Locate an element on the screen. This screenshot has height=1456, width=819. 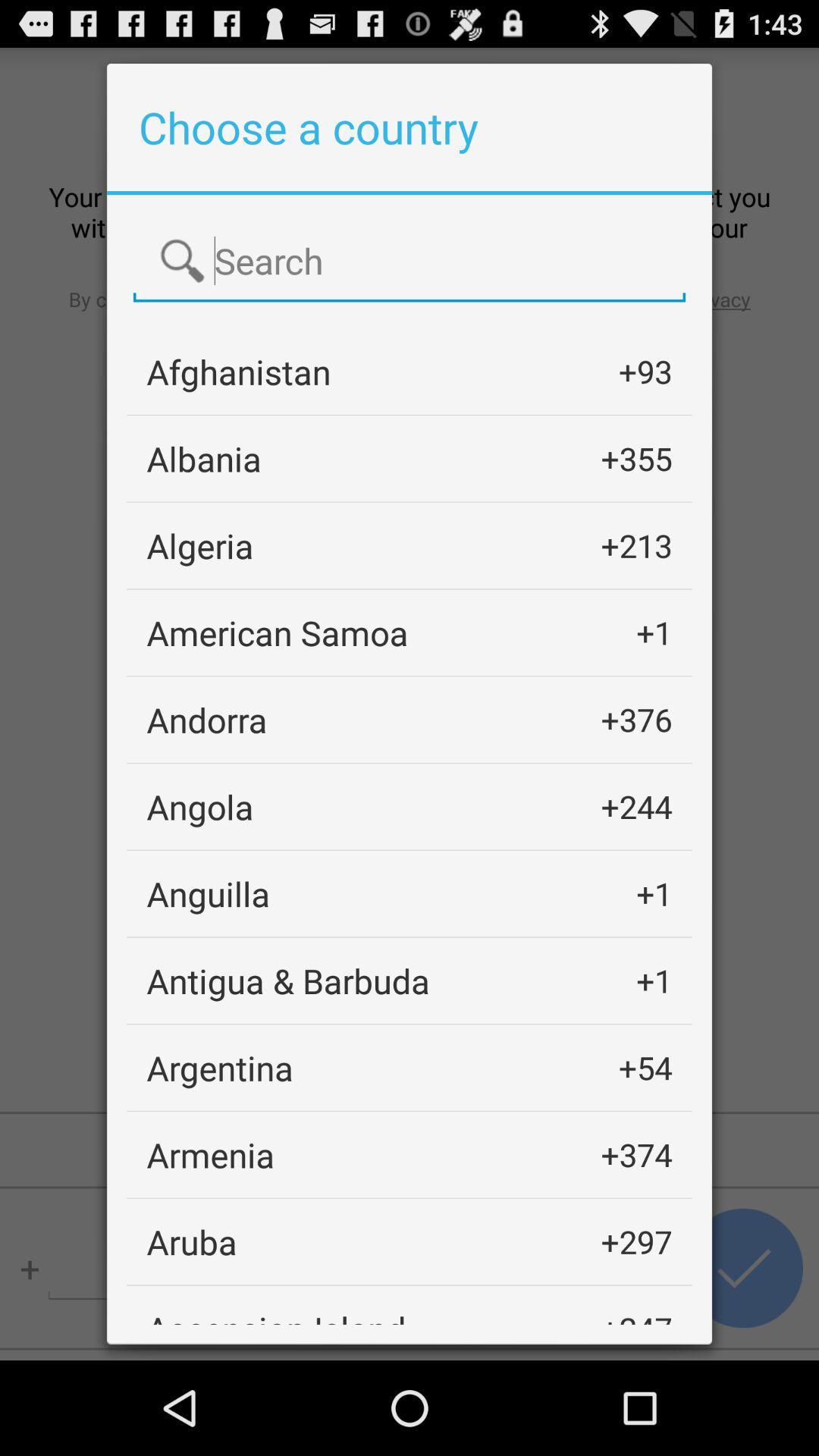
item above the armenia item is located at coordinates (220, 1067).